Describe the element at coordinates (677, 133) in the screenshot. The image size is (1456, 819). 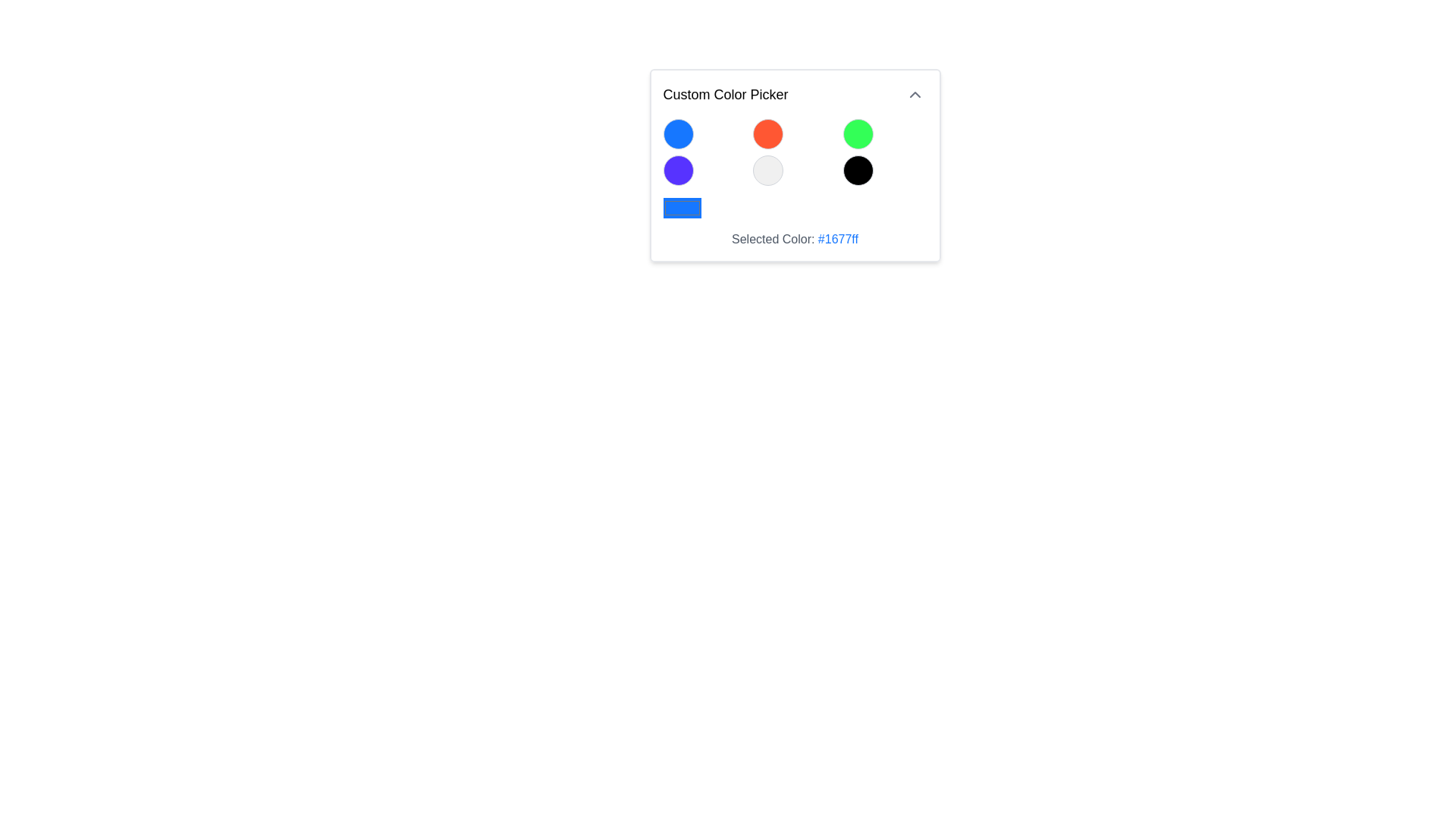
I see `the first circular button with a blue background and gray border in the color picker modal` at that location.